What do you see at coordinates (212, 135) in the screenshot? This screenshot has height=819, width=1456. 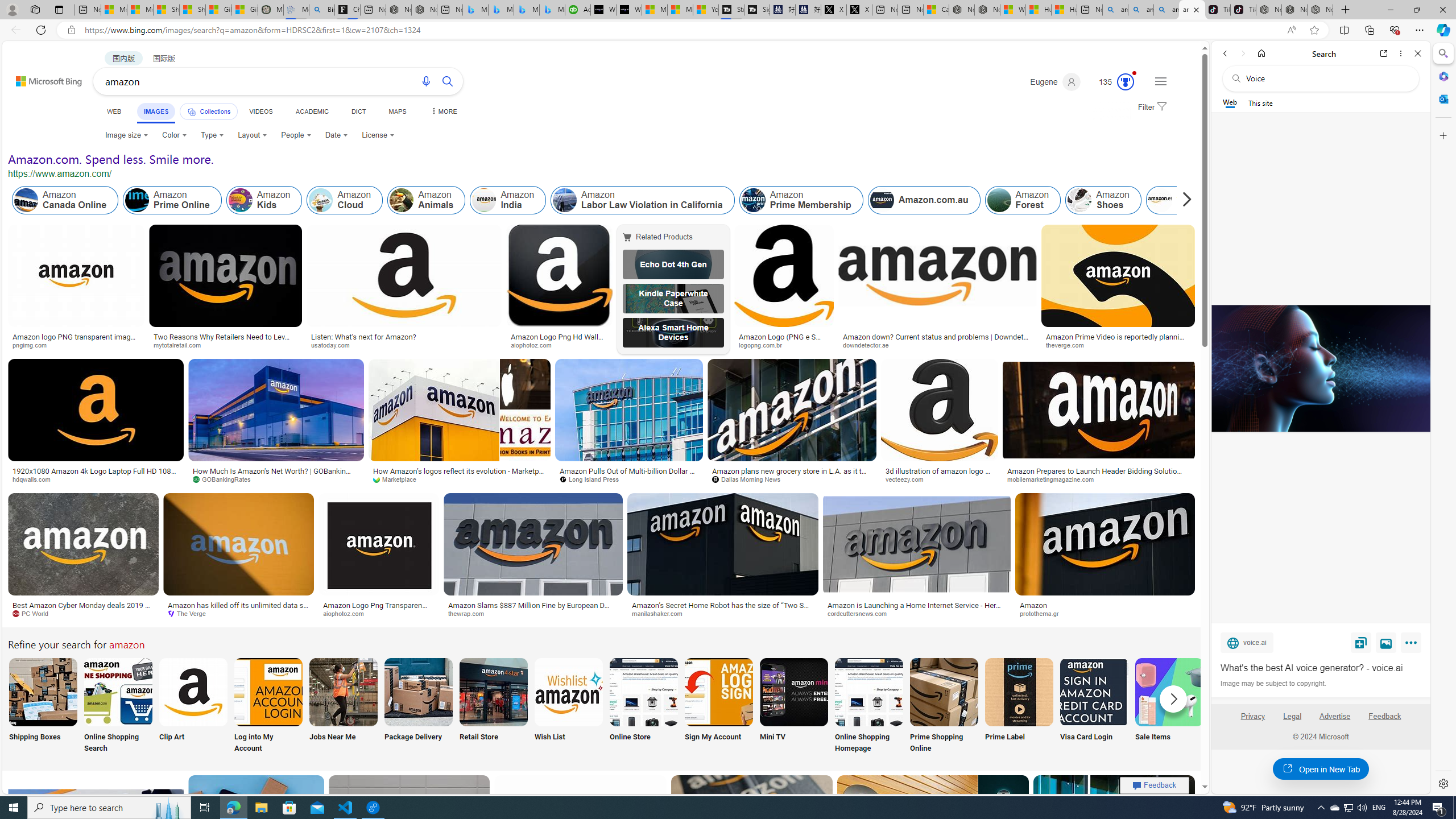 I see `'Type'` at bounding box center [212, 135].